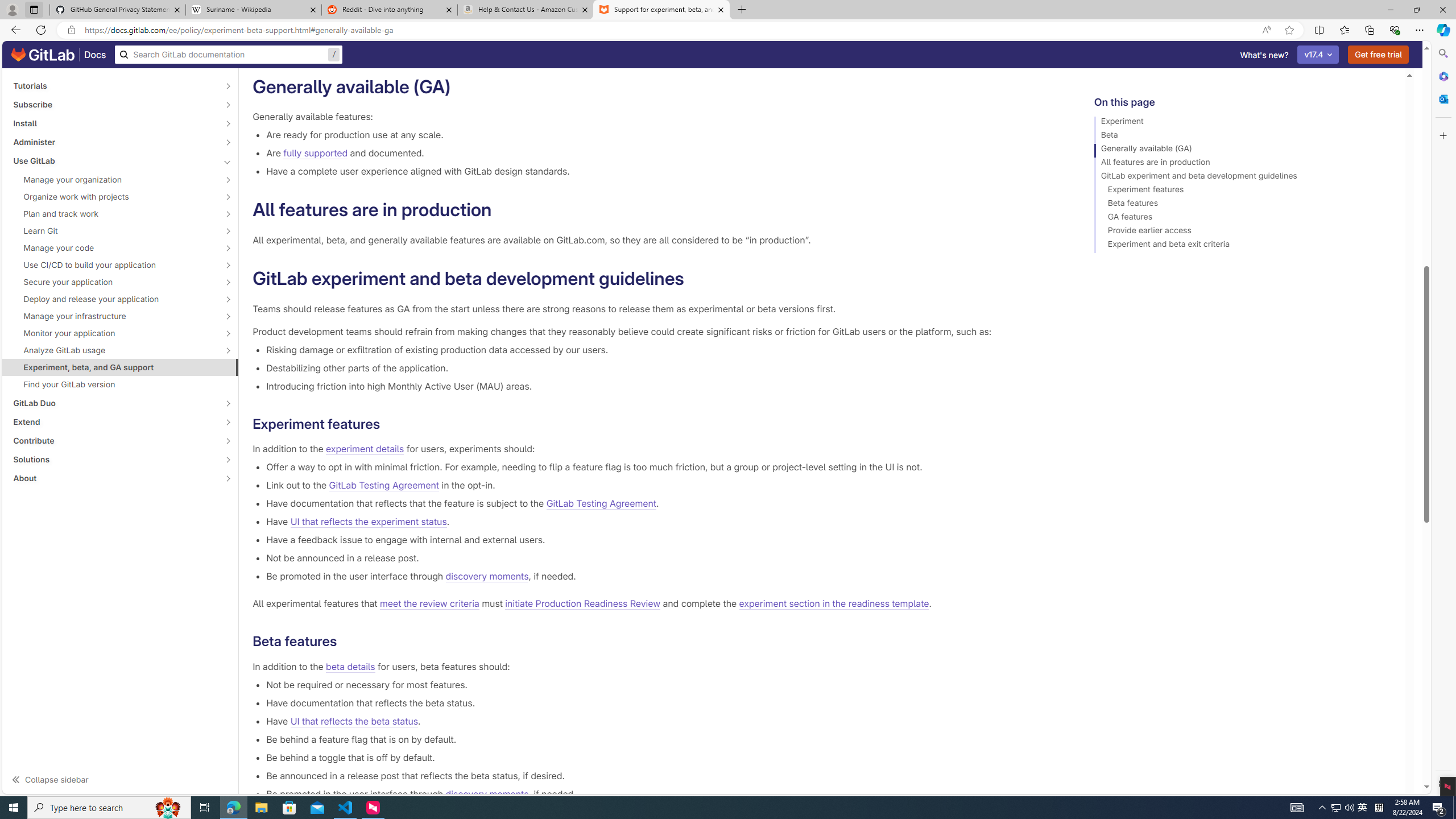 The height and width of the screenshot is (819, 1456). Describe the element at coordinates (315, 153) in the screenshot. I see `'fully supported'` at that location.